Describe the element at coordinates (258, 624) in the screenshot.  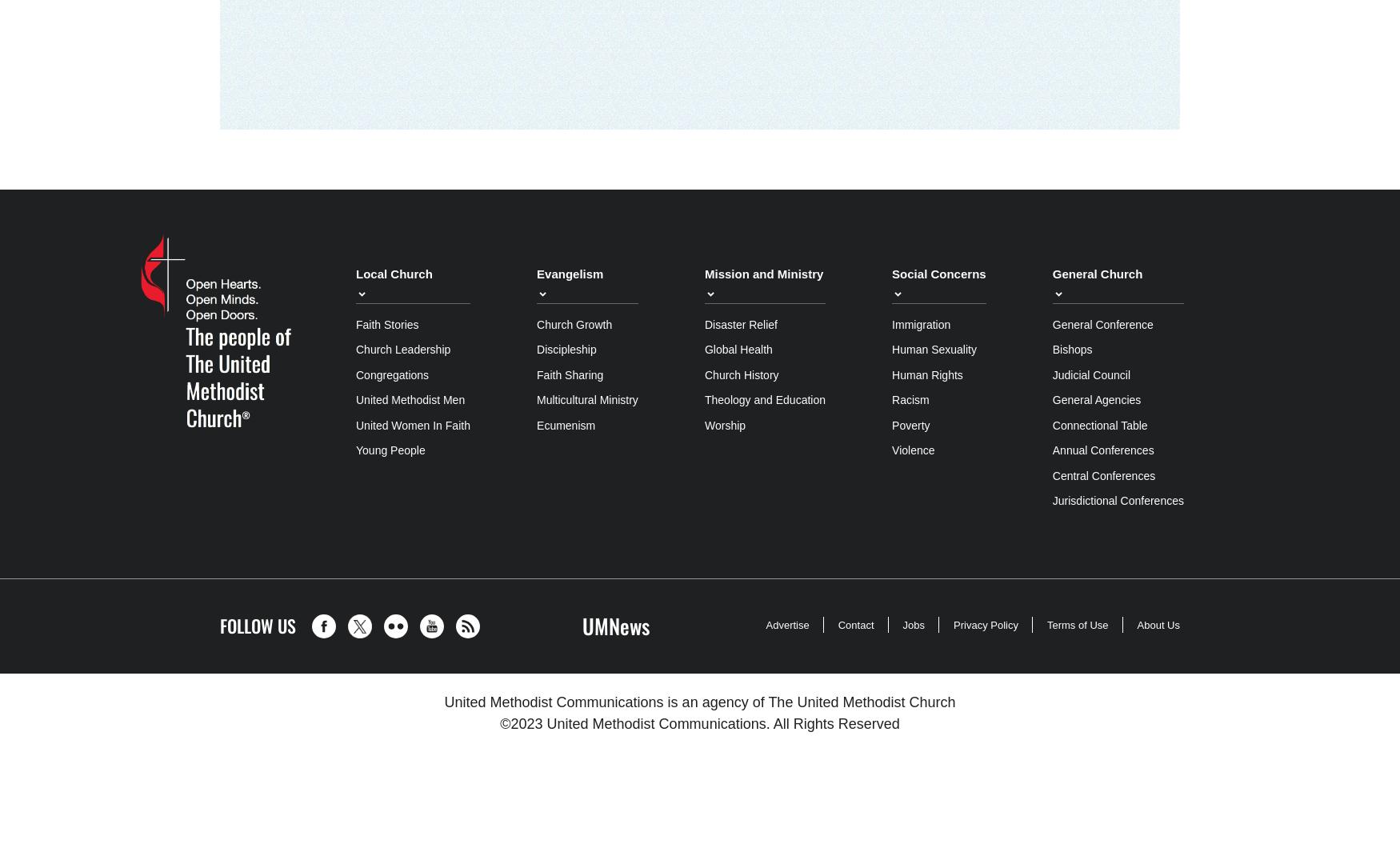
I see `'FOLLOW US'` at that location.